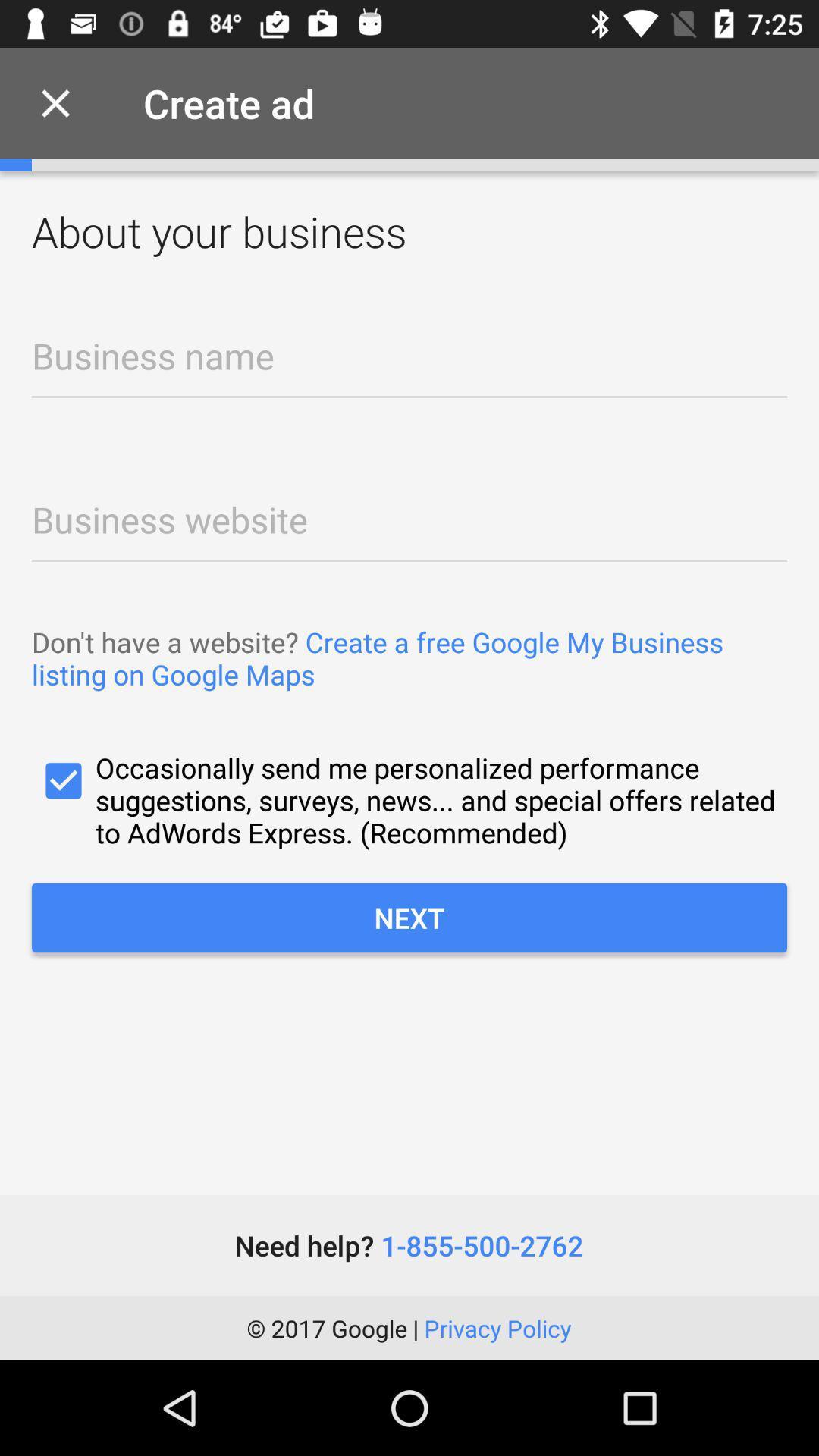  Describe the element at coordinates (409, 799) in the screenshot. I see `the item below the don t have` at that location.